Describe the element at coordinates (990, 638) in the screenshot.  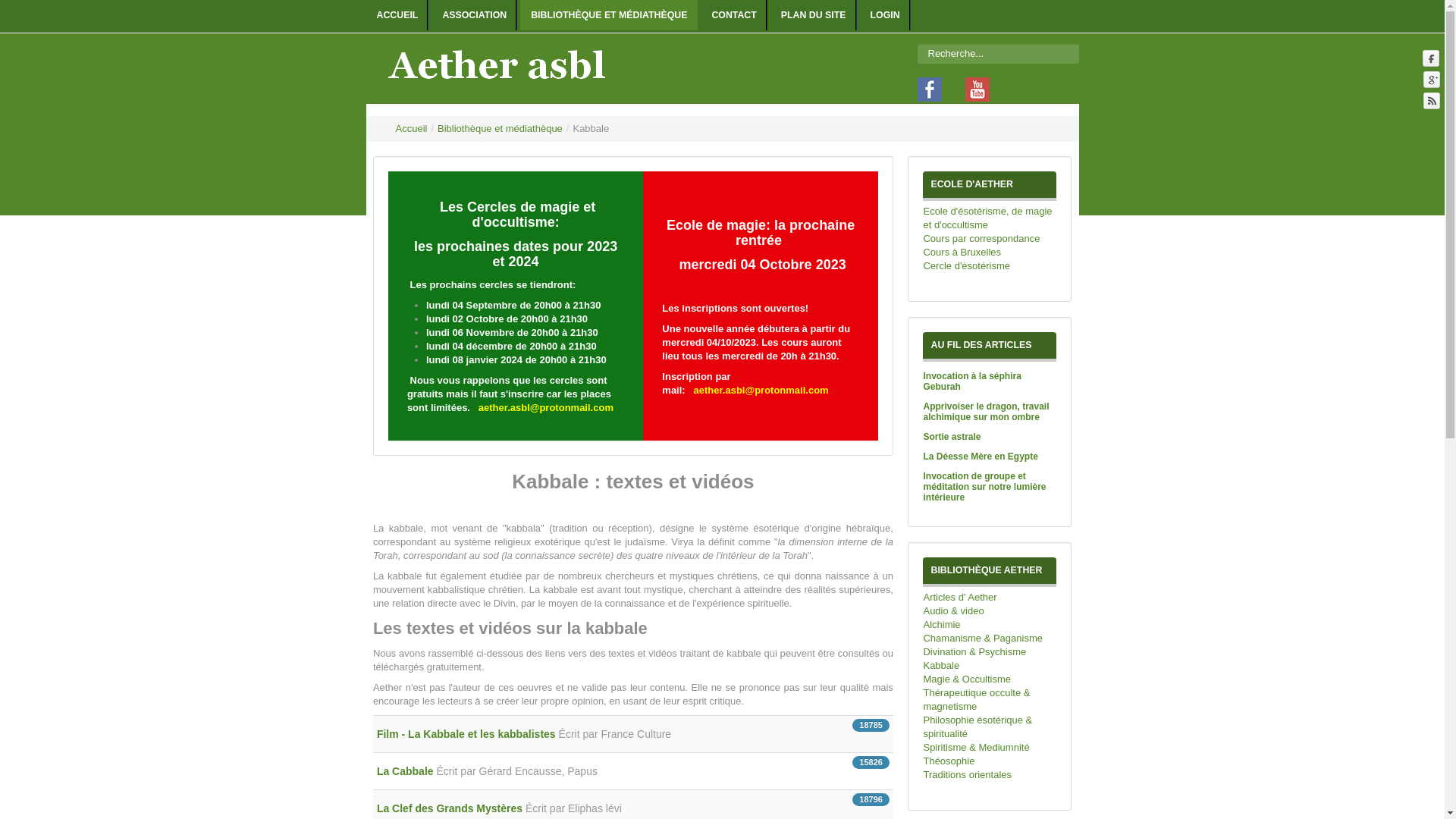
I see `'Chamanisme & Paganisme'` at that location.